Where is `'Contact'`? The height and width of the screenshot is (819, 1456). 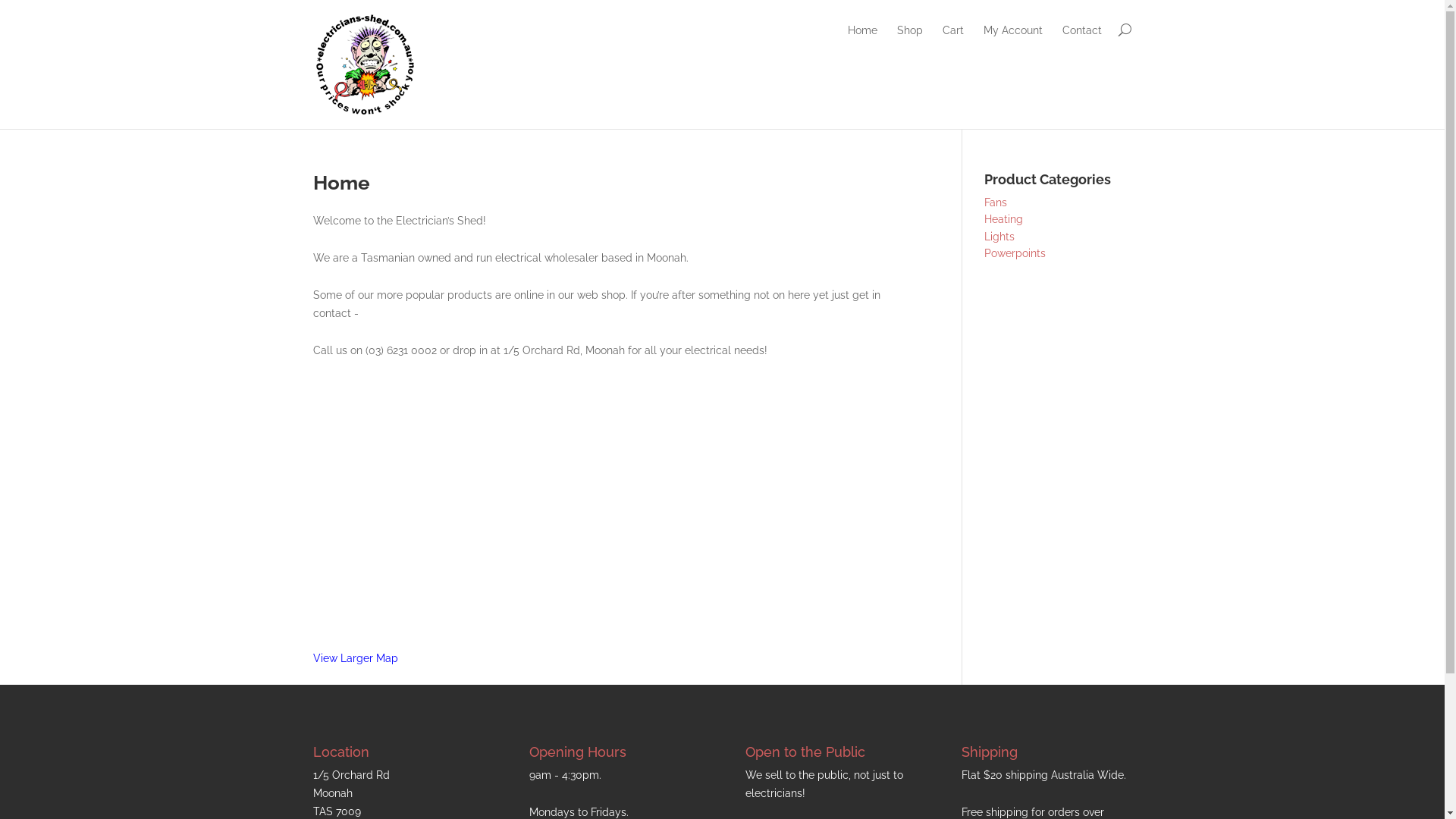 'Contact' is located at coordinates (1080, 40).